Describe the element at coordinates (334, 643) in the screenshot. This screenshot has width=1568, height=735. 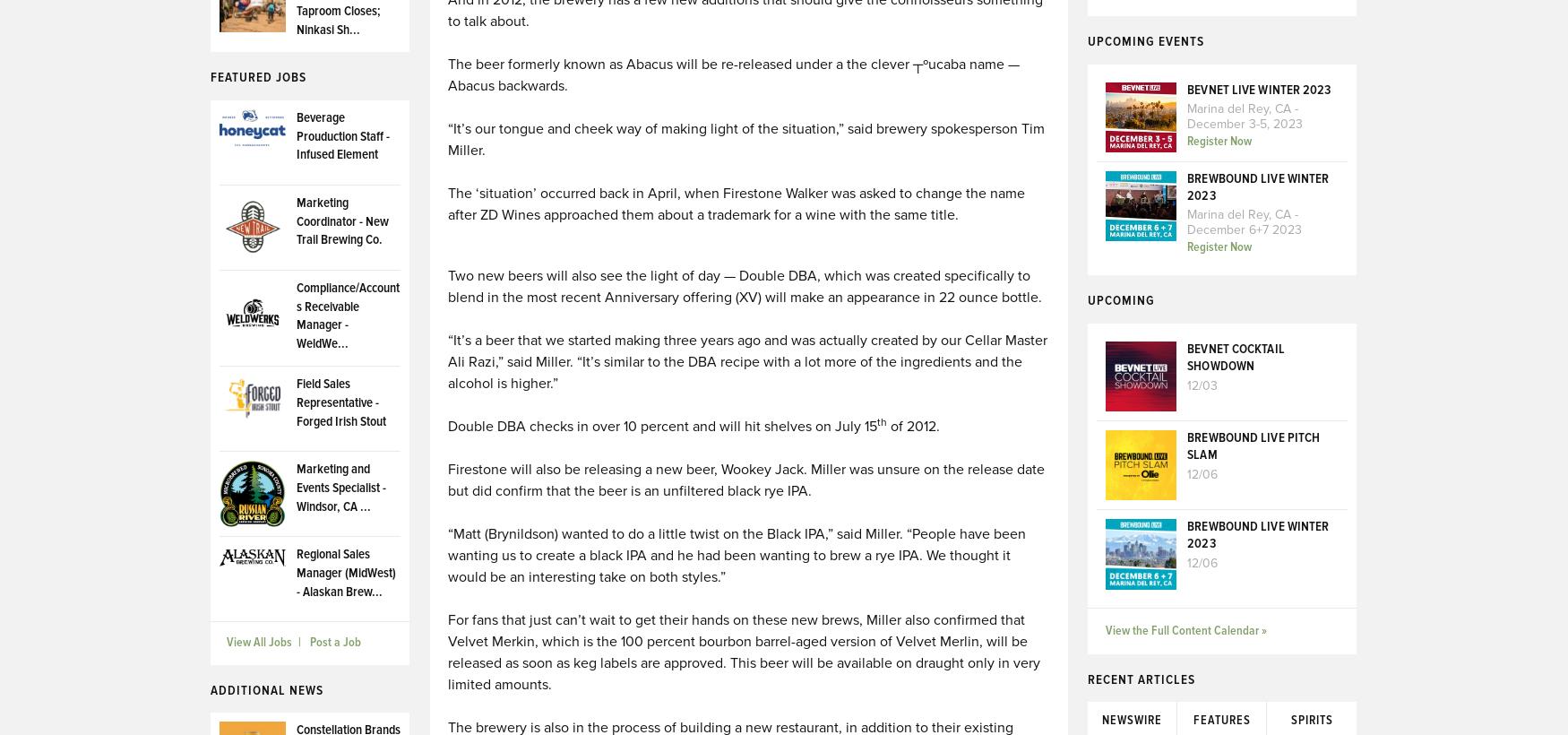
I see `'Post a Job'` at that location.